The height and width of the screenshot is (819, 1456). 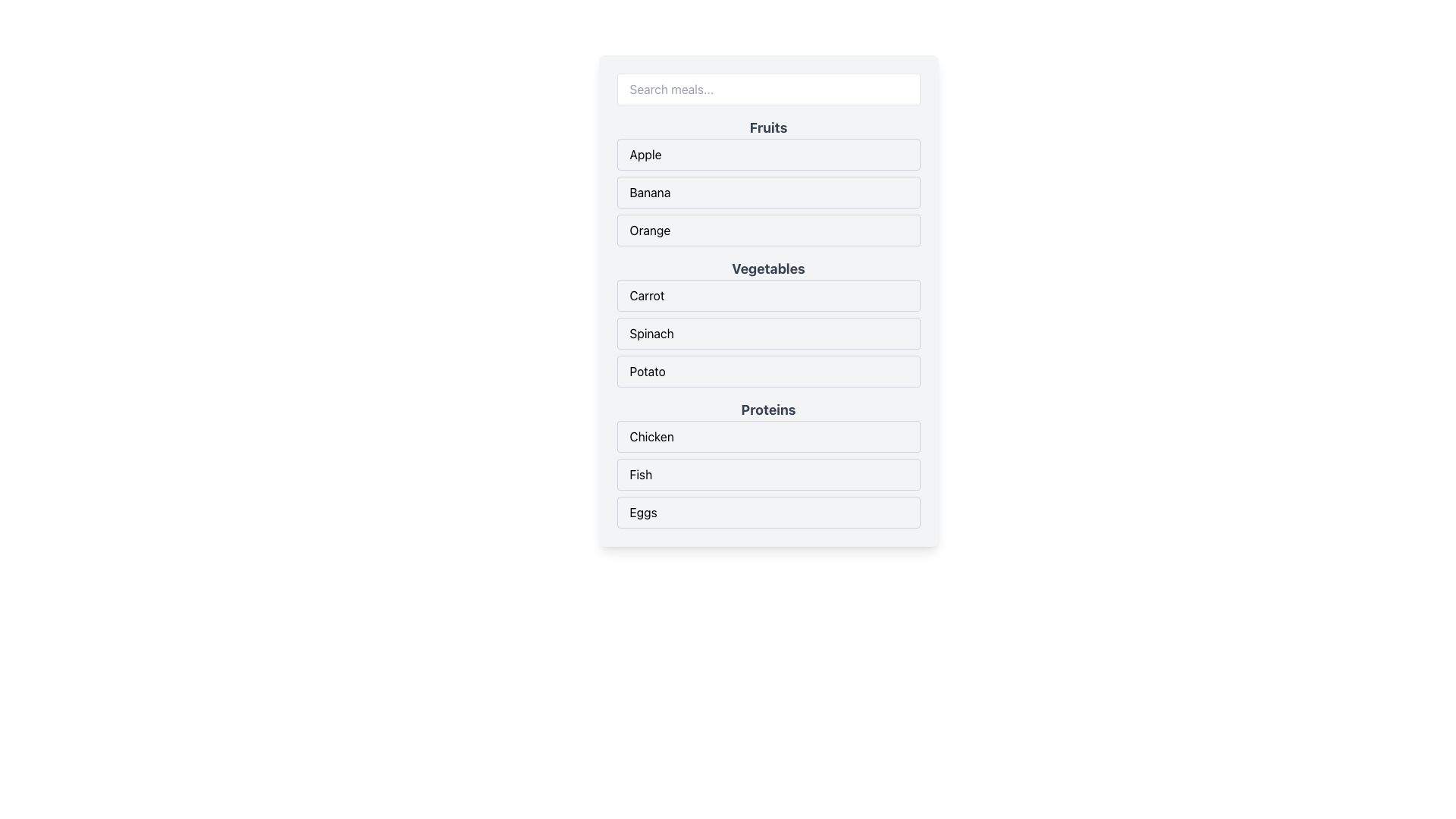 I want to click on the text label displaying 'Potato', which is the third item under the 'Vegetables' section in the interface, so click(x=648, y=371).